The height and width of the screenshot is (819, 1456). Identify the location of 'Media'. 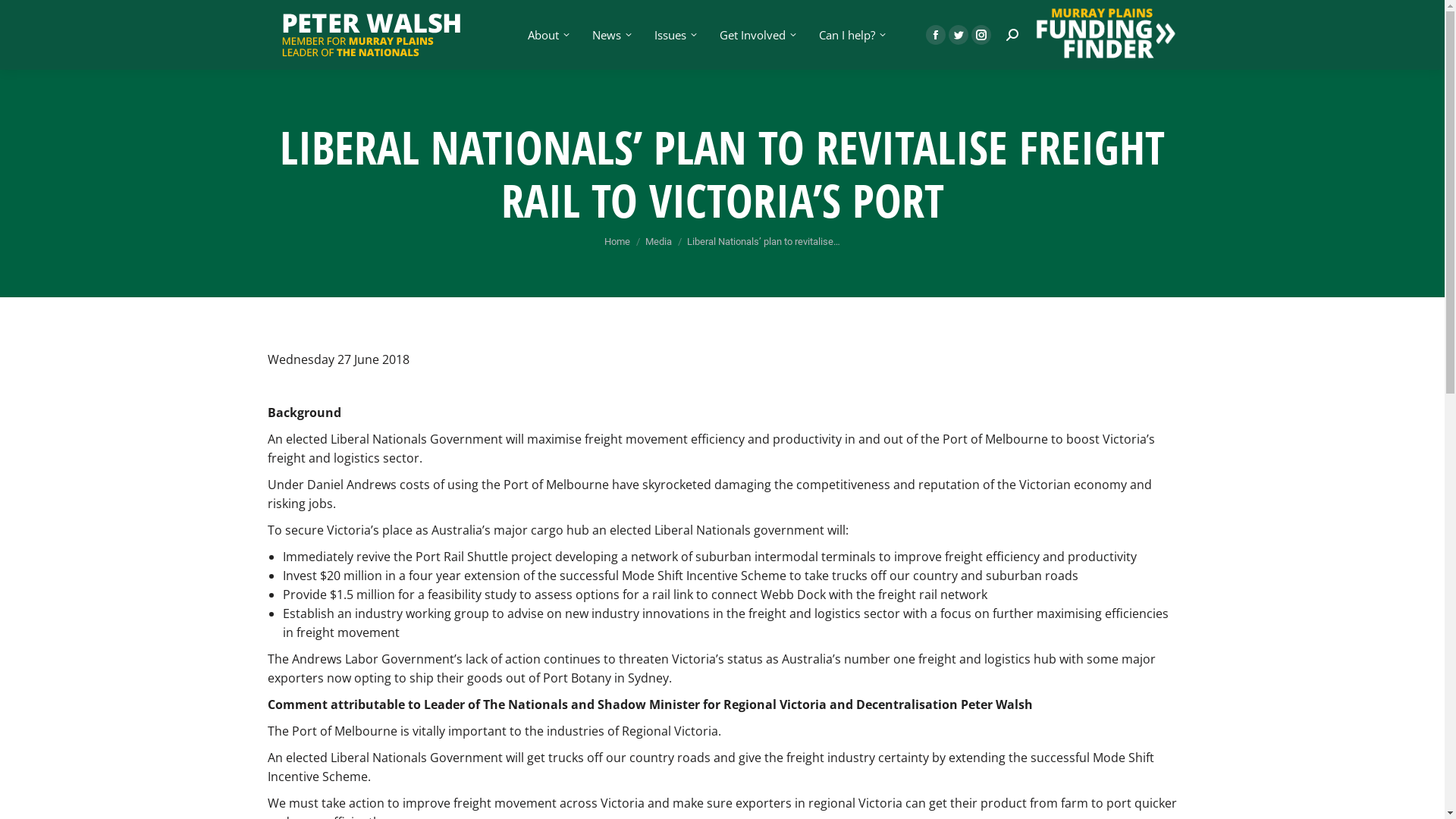
(658, 240).